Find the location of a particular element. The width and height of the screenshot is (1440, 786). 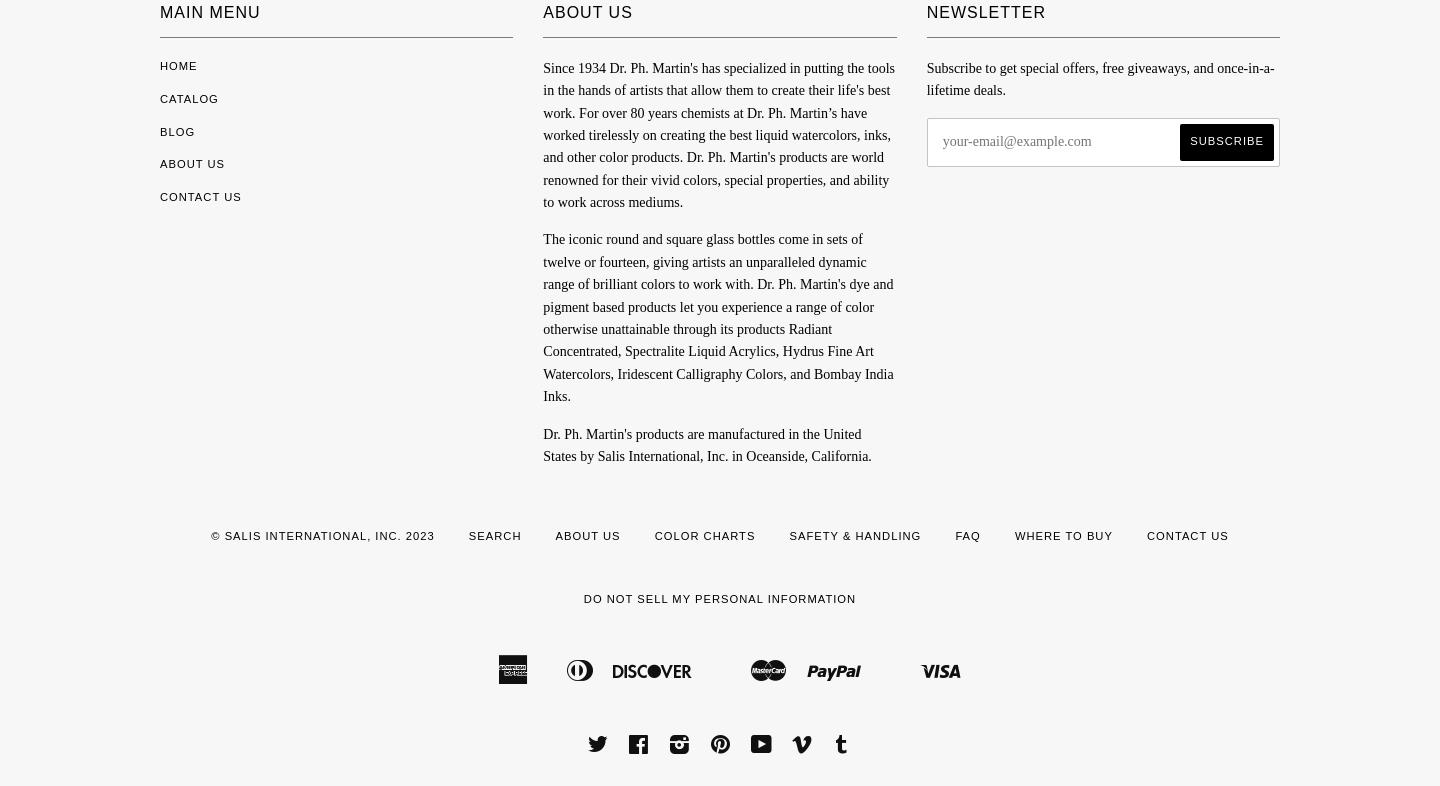

'Safety & Handling' is located at coordinates (854, 534).